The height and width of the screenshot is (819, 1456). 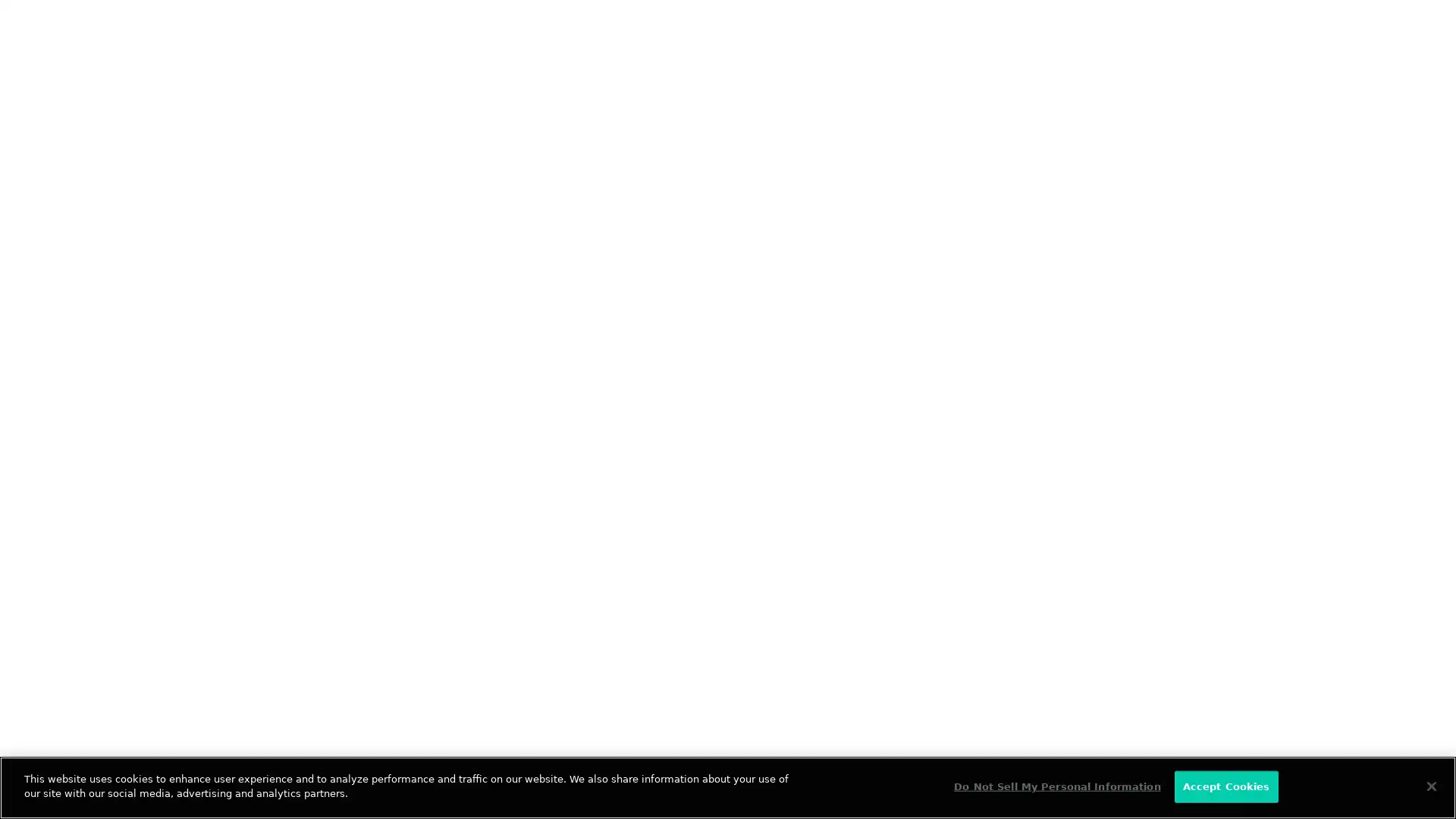 I want to click on Do Not Sell My Personal Information, so click(x=1056, y=786).